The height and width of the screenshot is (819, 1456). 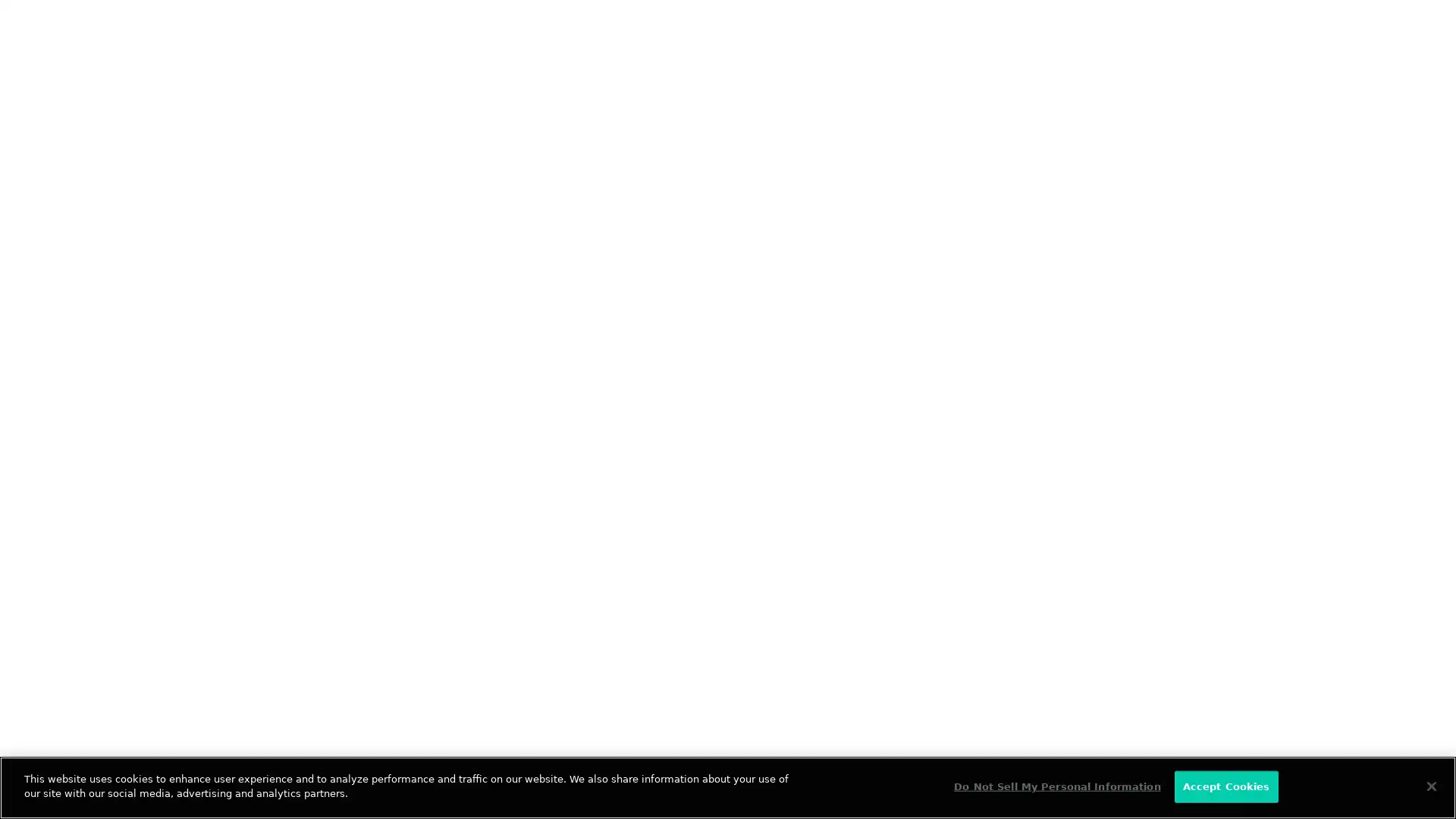 I want to click on Do Not Sell My Personal Information, so click(x=1056, y=786).